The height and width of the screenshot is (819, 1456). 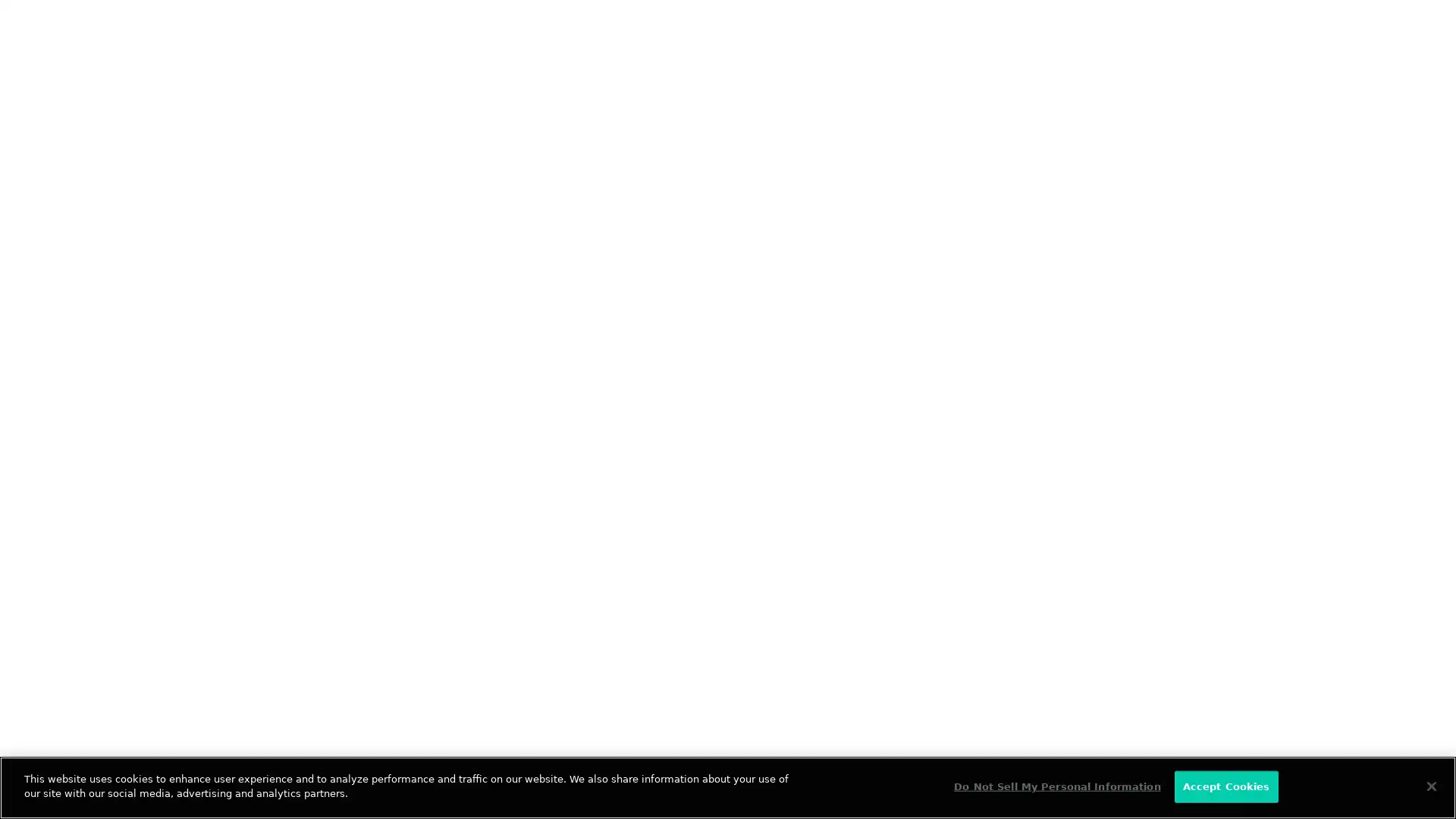 I want to click on Do Not Sell My Personal Information, so click(x=1056, y=786).